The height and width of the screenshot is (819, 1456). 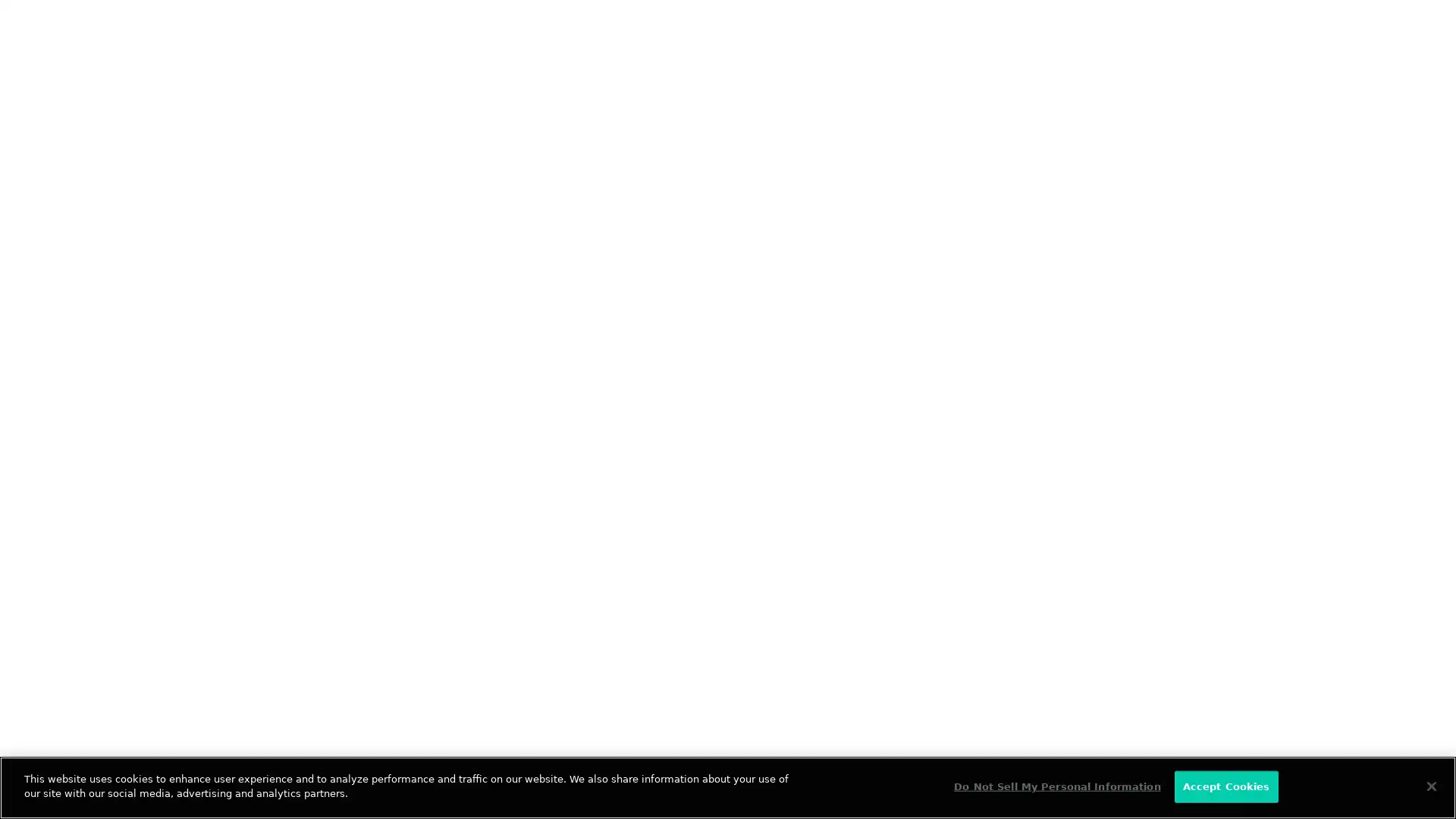 I want to click on Do Not Sell My Personal Information, so click(x=1056, y=786).